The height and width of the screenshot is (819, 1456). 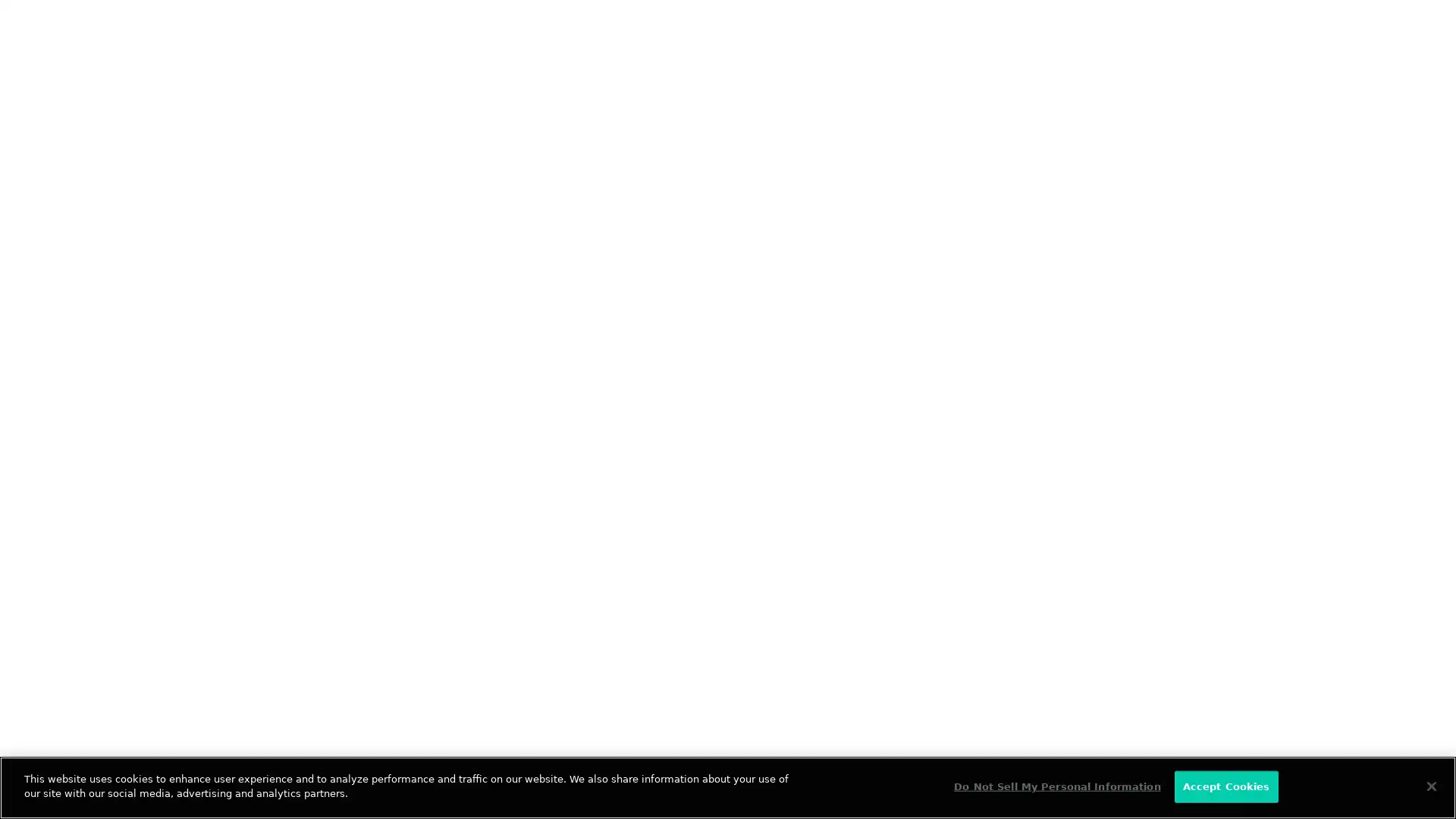 I want to click on Do Not Sell My Personal Information, so click(x=1056, y=786).